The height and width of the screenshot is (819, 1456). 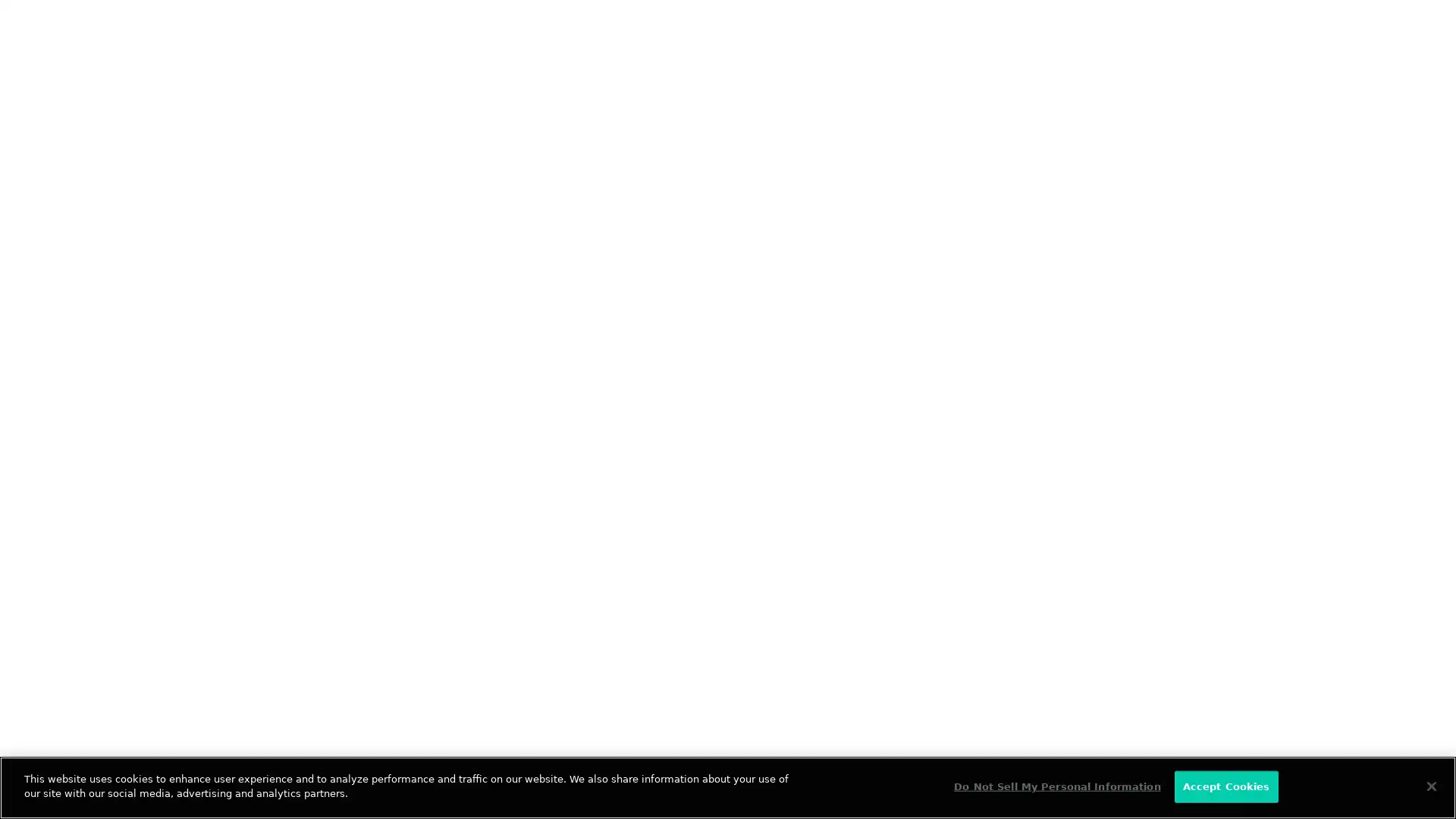 I want to click on Do Not Sell My Personal Information, so click(x=1056, y=786).